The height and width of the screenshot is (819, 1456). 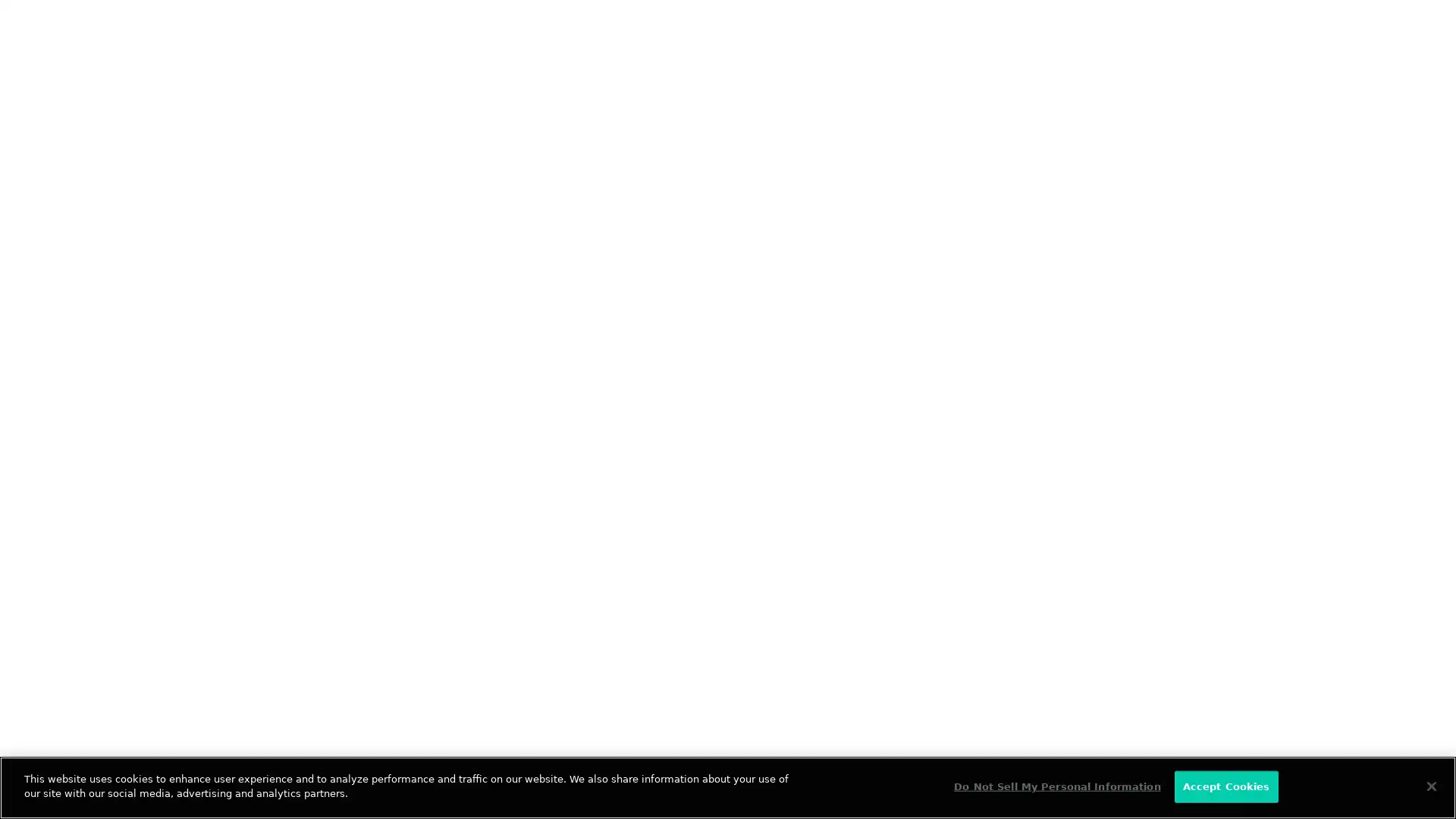 I want to click on Do Not Sell My Personal Information, so click(x=1056, y=786).